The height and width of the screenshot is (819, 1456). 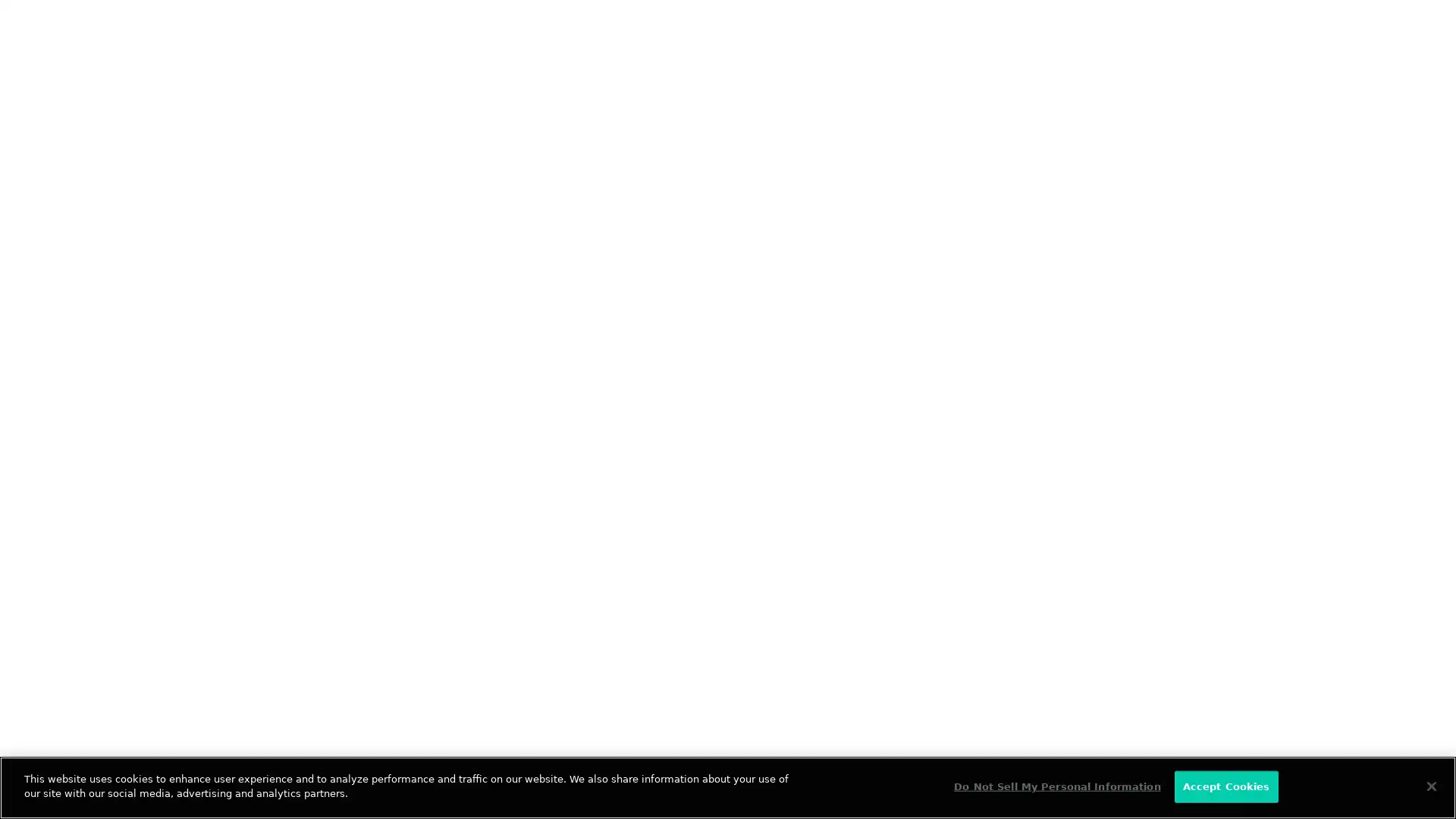 I want to click on Do Not Sell My Personal Information, so click(x=1056, y=786).